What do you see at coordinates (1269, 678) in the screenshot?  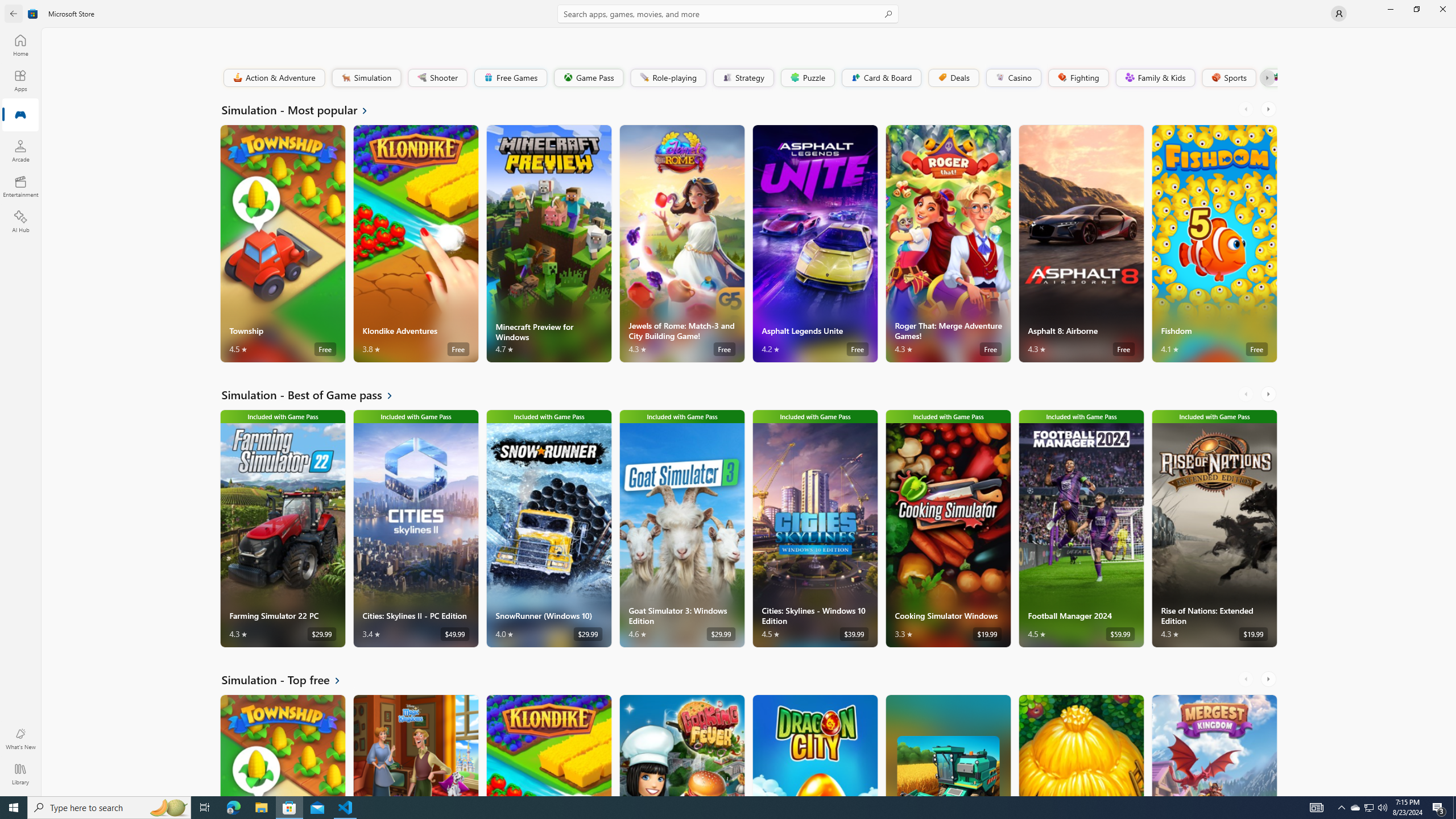 I see `'AutomationID: RightScrollButton'` at bounding box center [1269, 678].